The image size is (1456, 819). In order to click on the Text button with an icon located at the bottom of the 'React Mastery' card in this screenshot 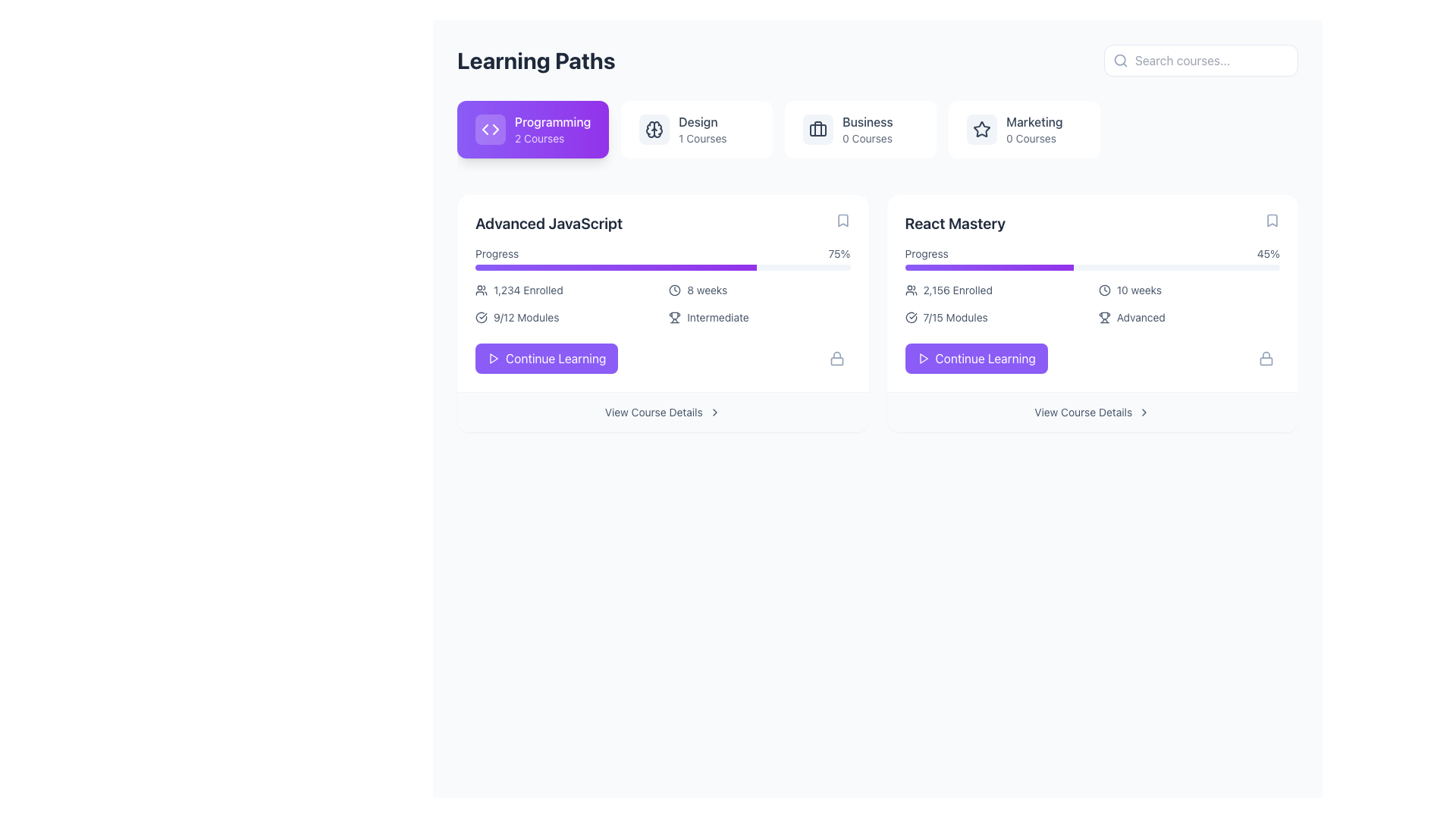, I will do `click(1092, 412)`.